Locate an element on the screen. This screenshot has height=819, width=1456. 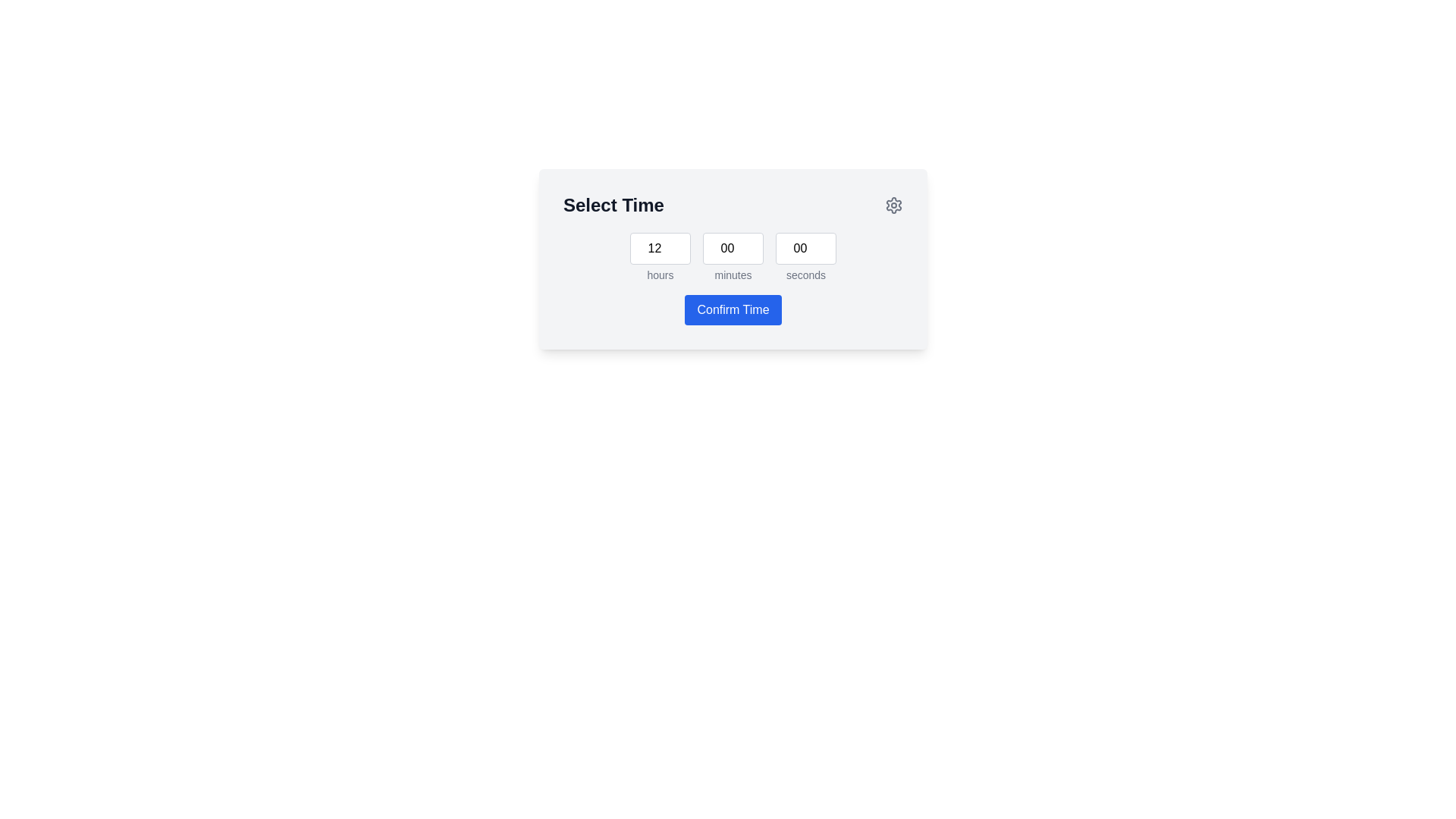
the Text label indicating that the associated input field is for entering seconds, located below the seconds input field in the time input fields arrangement is located at coordinates (805, 256).